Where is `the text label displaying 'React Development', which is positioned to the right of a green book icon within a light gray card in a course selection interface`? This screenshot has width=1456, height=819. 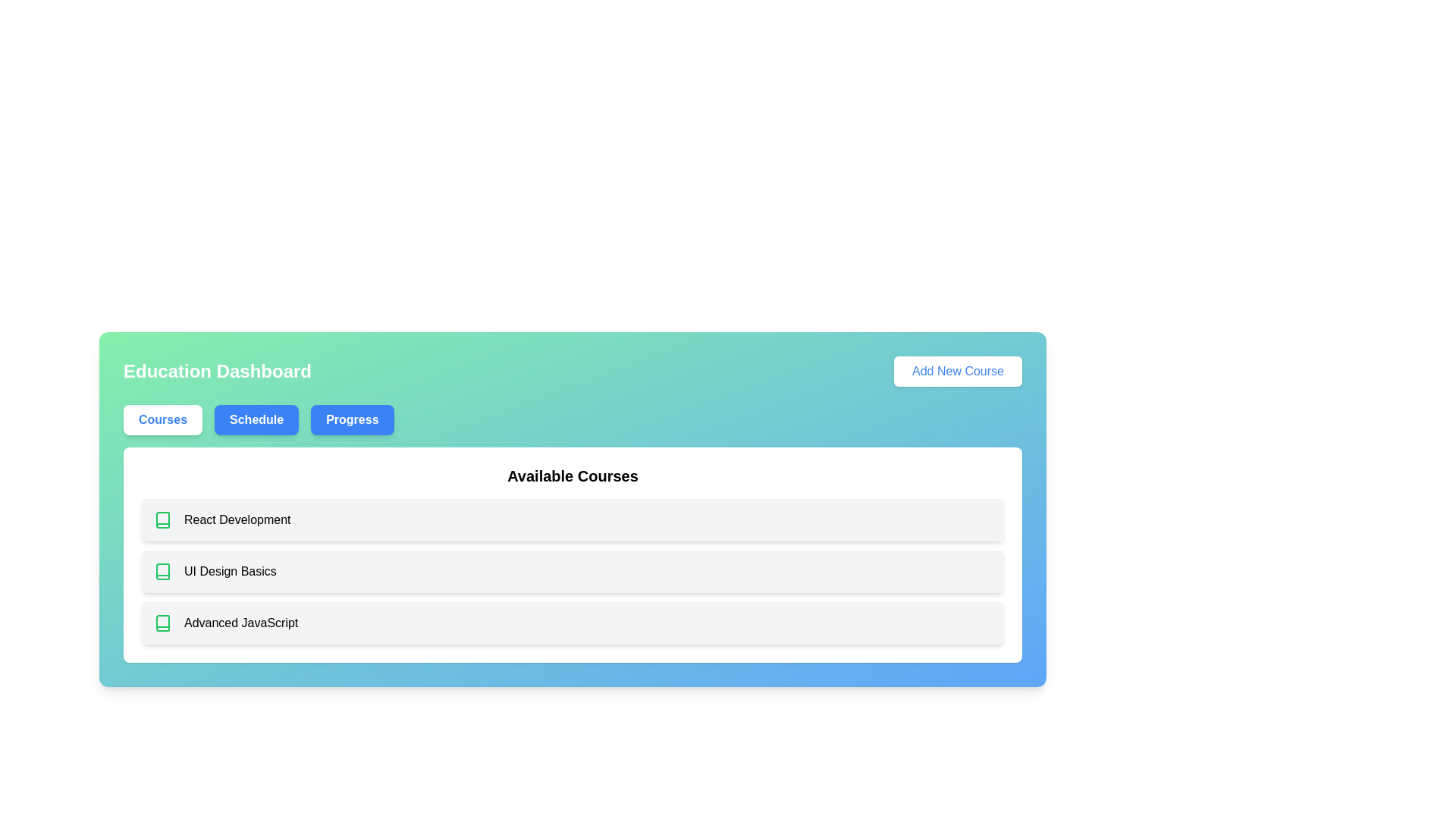
the text label displaying 'React Development', which is positioned to the right of a green book icon within a light gray card in a course selection interface is located at coordinates (237, 519).